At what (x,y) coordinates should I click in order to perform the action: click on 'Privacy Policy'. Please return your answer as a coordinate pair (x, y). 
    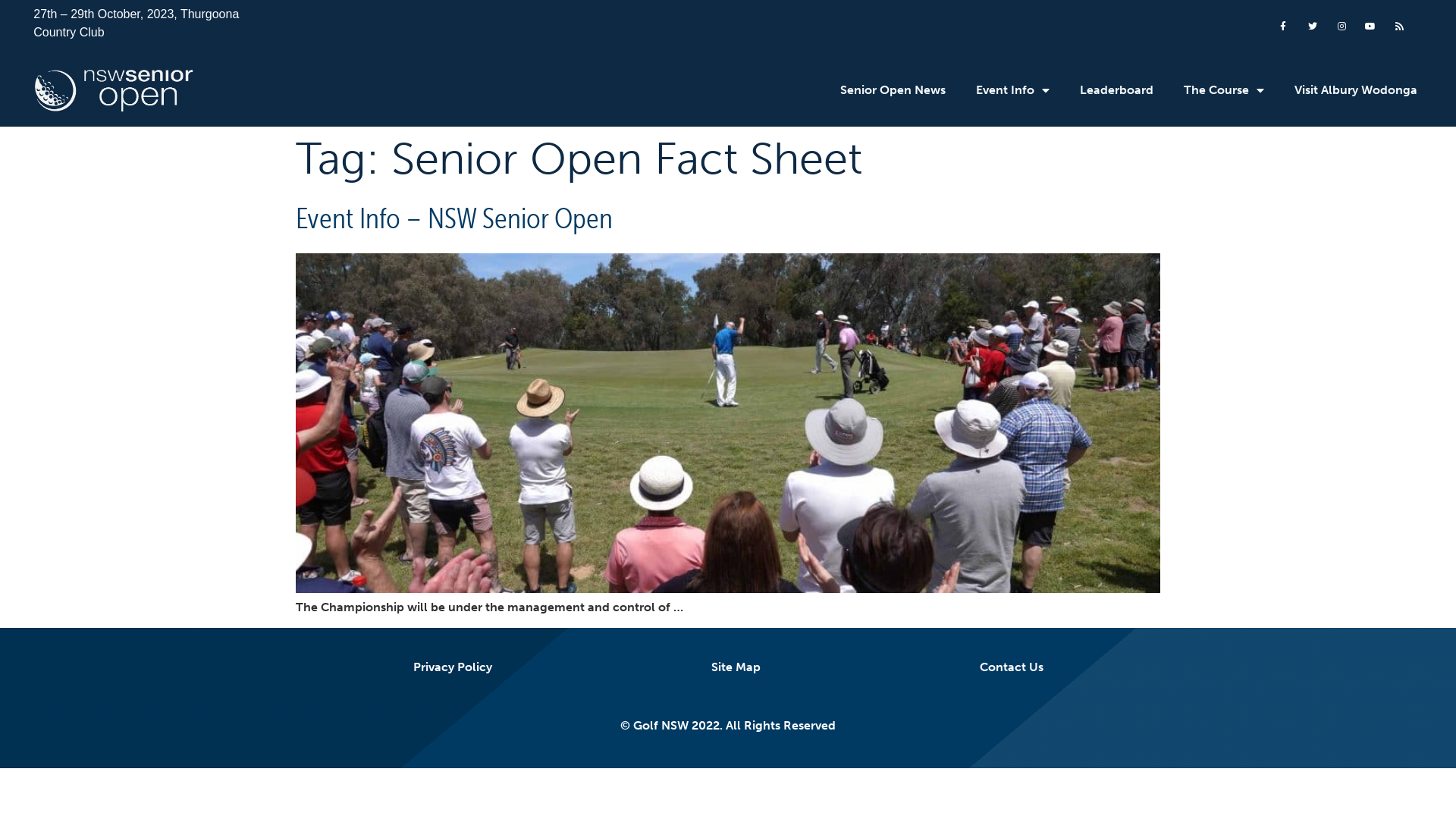
    Looking at the image, I should click on (451, 666).